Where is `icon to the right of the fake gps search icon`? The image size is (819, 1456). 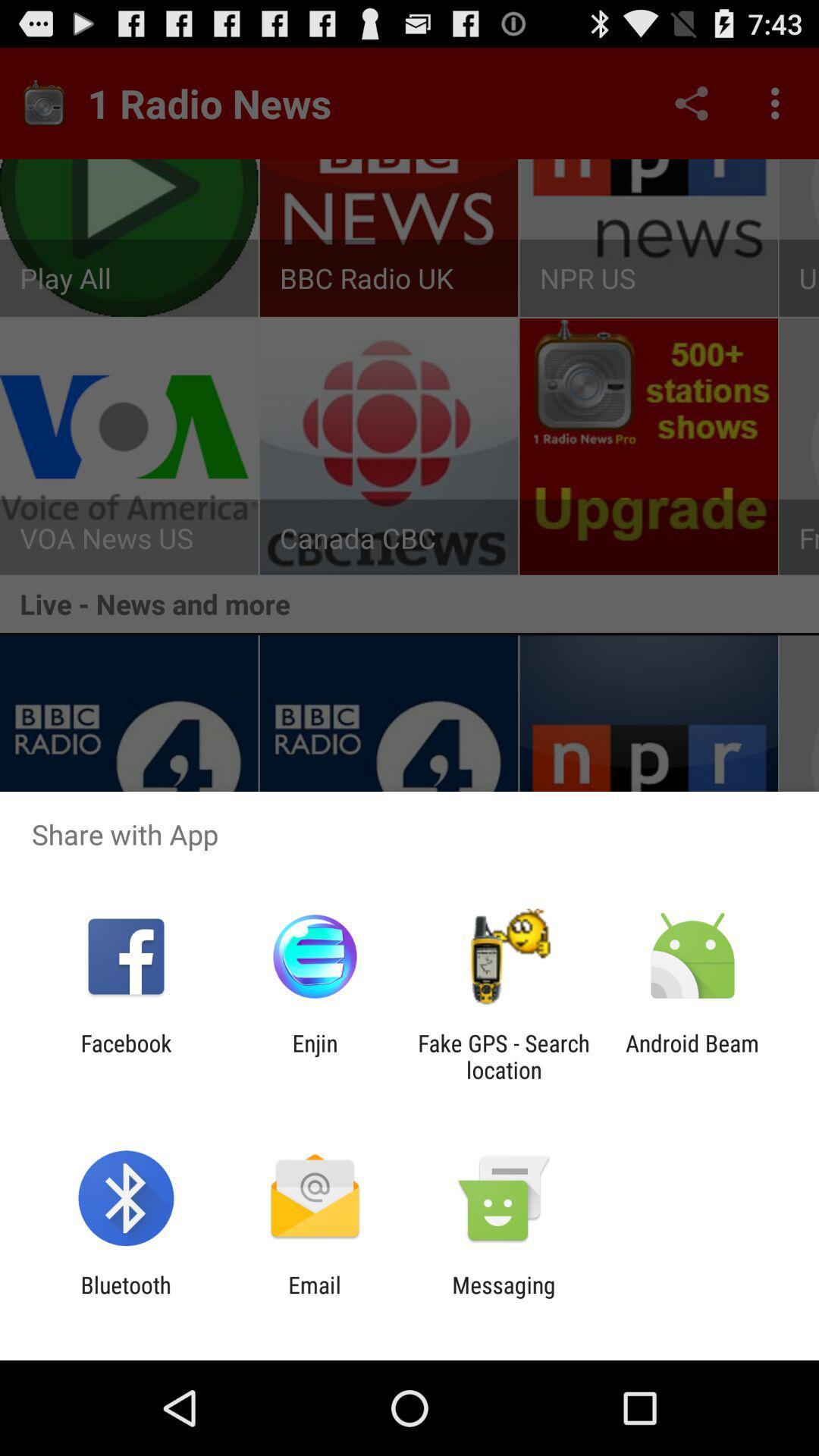 icon to the right of the fake gps search icon is located at coordinates (692, 1056).